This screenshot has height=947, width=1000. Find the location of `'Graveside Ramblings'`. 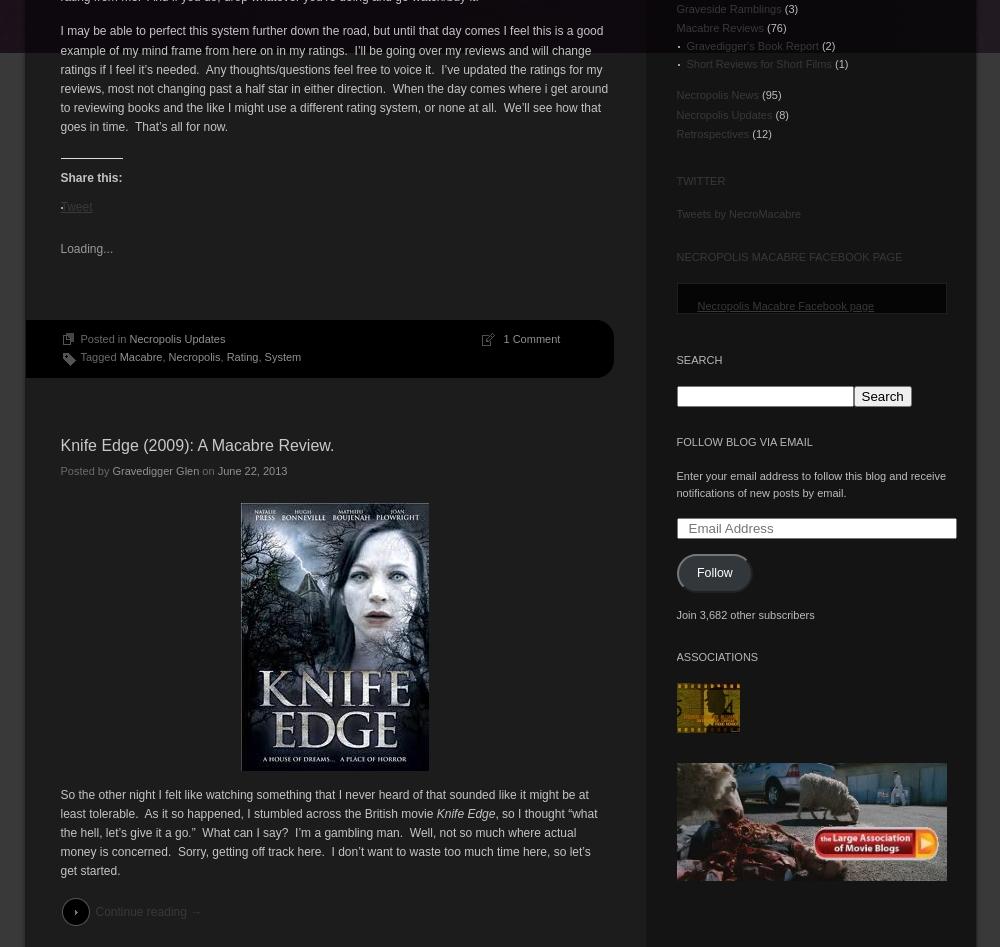

'Graveside Ramblings' is located at coordinates (727, 8).